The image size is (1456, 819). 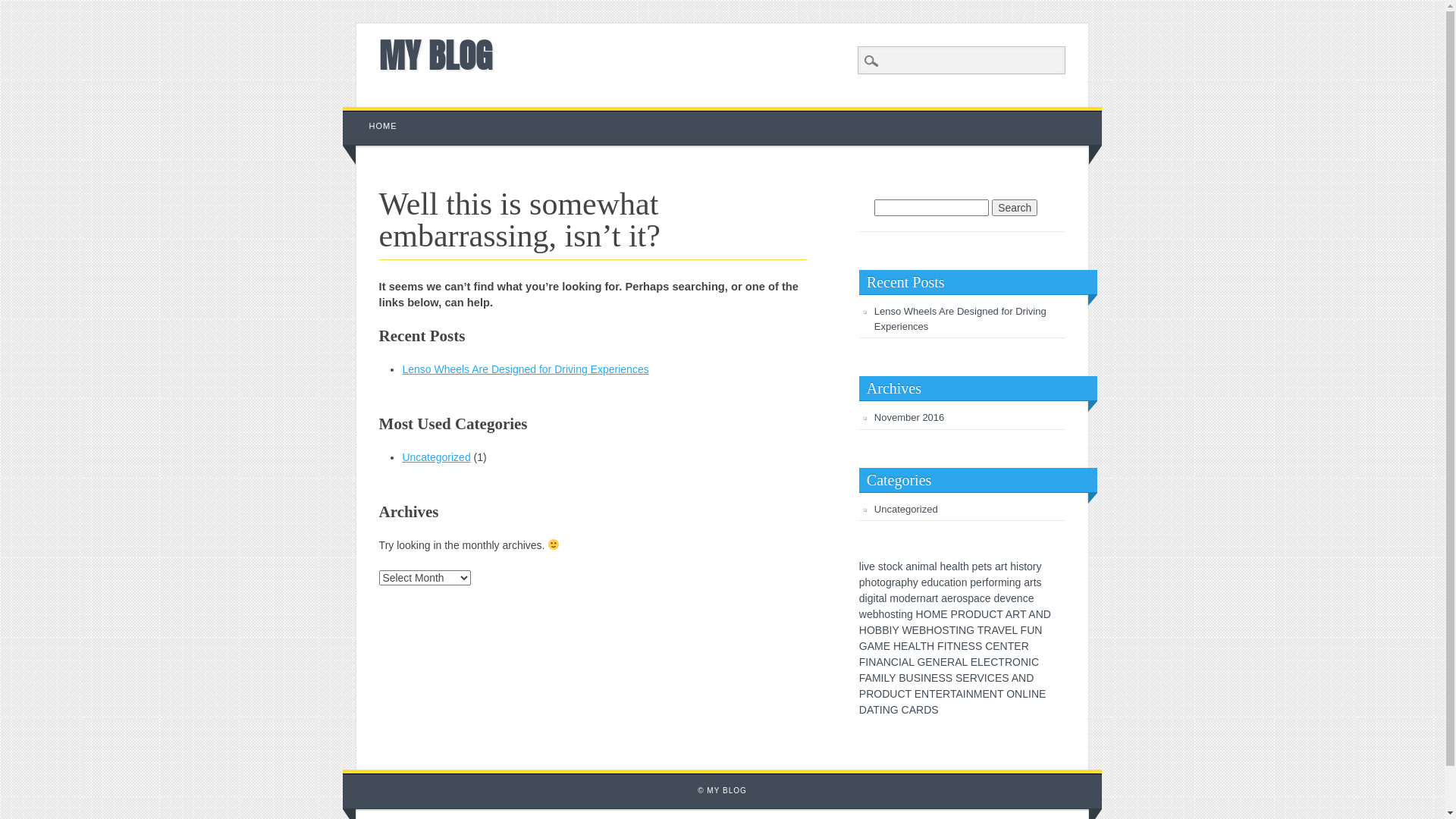 What do you see at coordinates (956, 646) in the screenshot?
I see `'N'` at bounding box center [956, 646].